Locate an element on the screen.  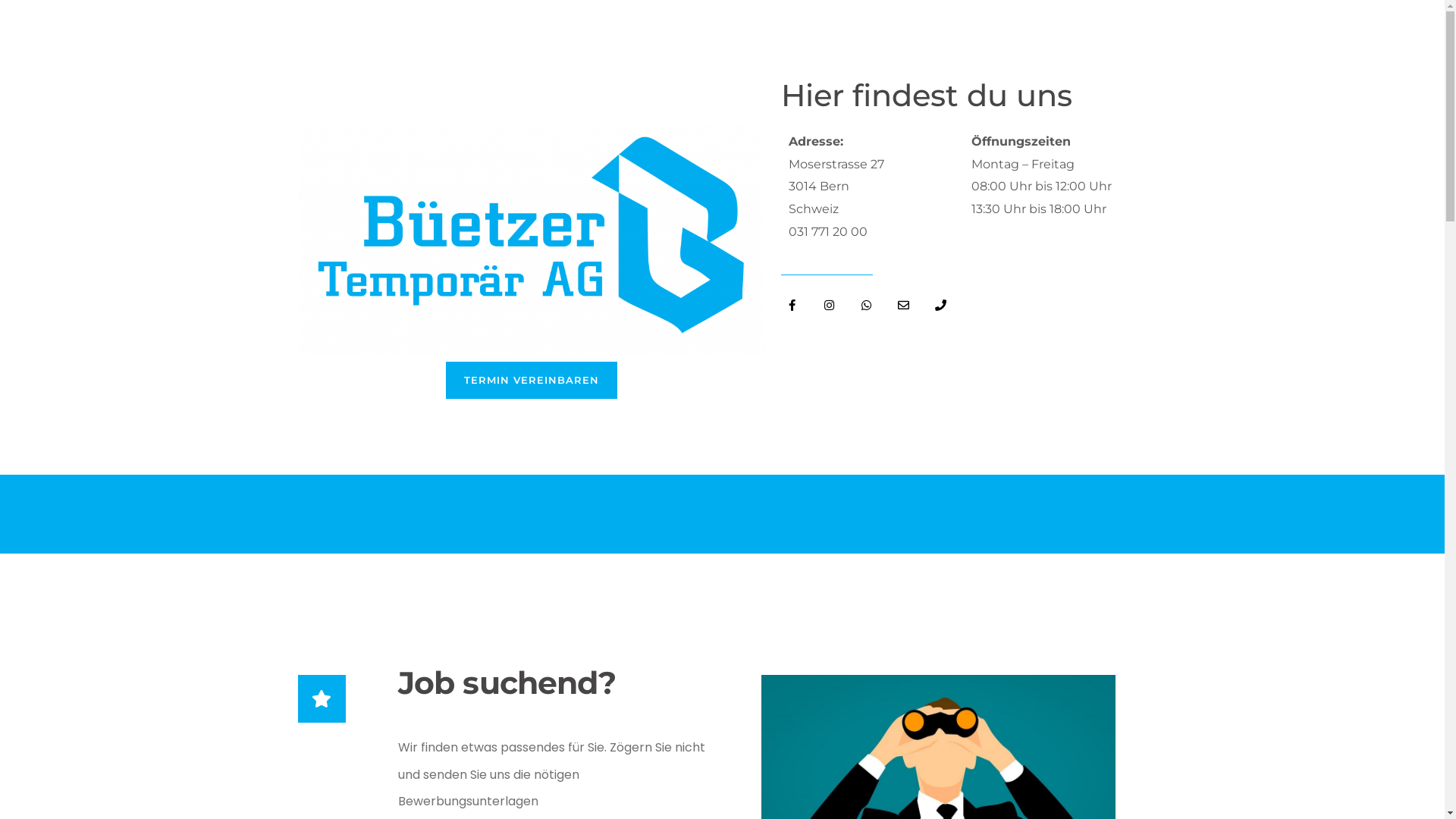
'Facebook-f' is located at coordinates (792, 305).